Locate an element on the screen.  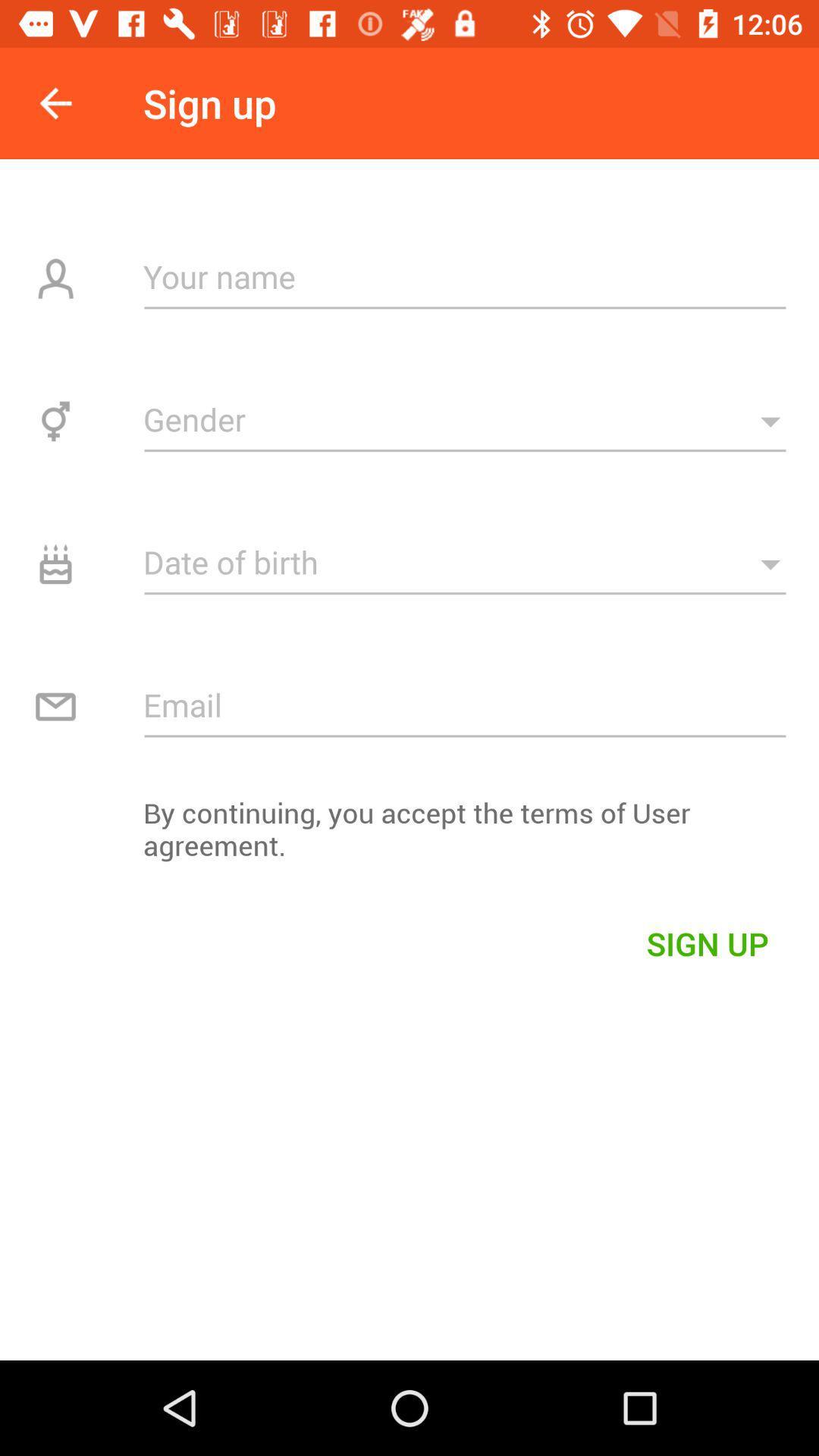
go back is located at coordinates (55, 102).